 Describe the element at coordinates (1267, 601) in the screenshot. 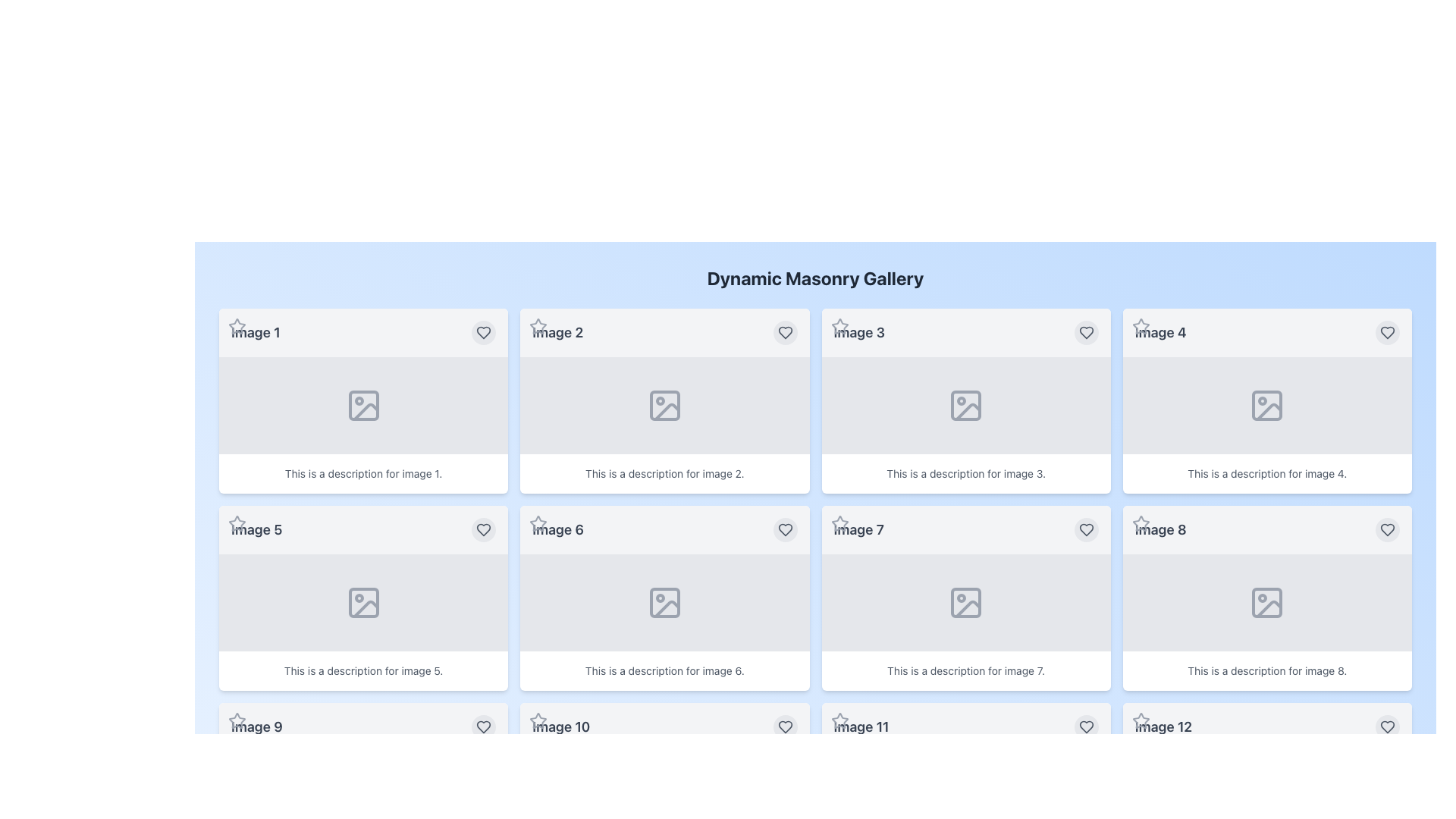

I see `the Image Placeholder located at the center of the card labeled 'Image 8'` at that location.